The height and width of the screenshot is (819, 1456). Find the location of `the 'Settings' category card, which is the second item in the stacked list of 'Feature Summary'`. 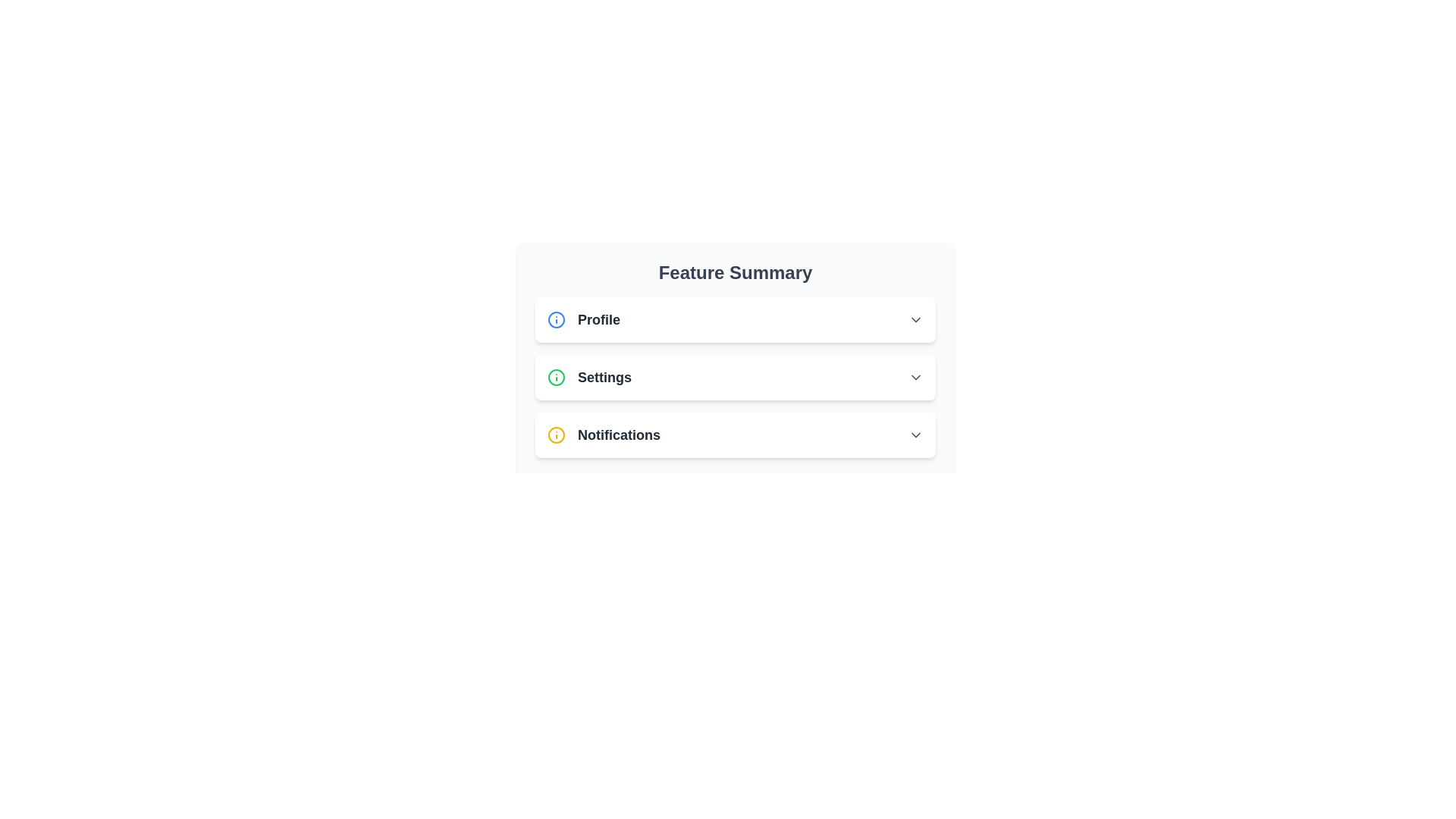

the 'Settings' category card, which is the second item in the stacked list of 'Feature Summary' is located at coordinates (735, 376).